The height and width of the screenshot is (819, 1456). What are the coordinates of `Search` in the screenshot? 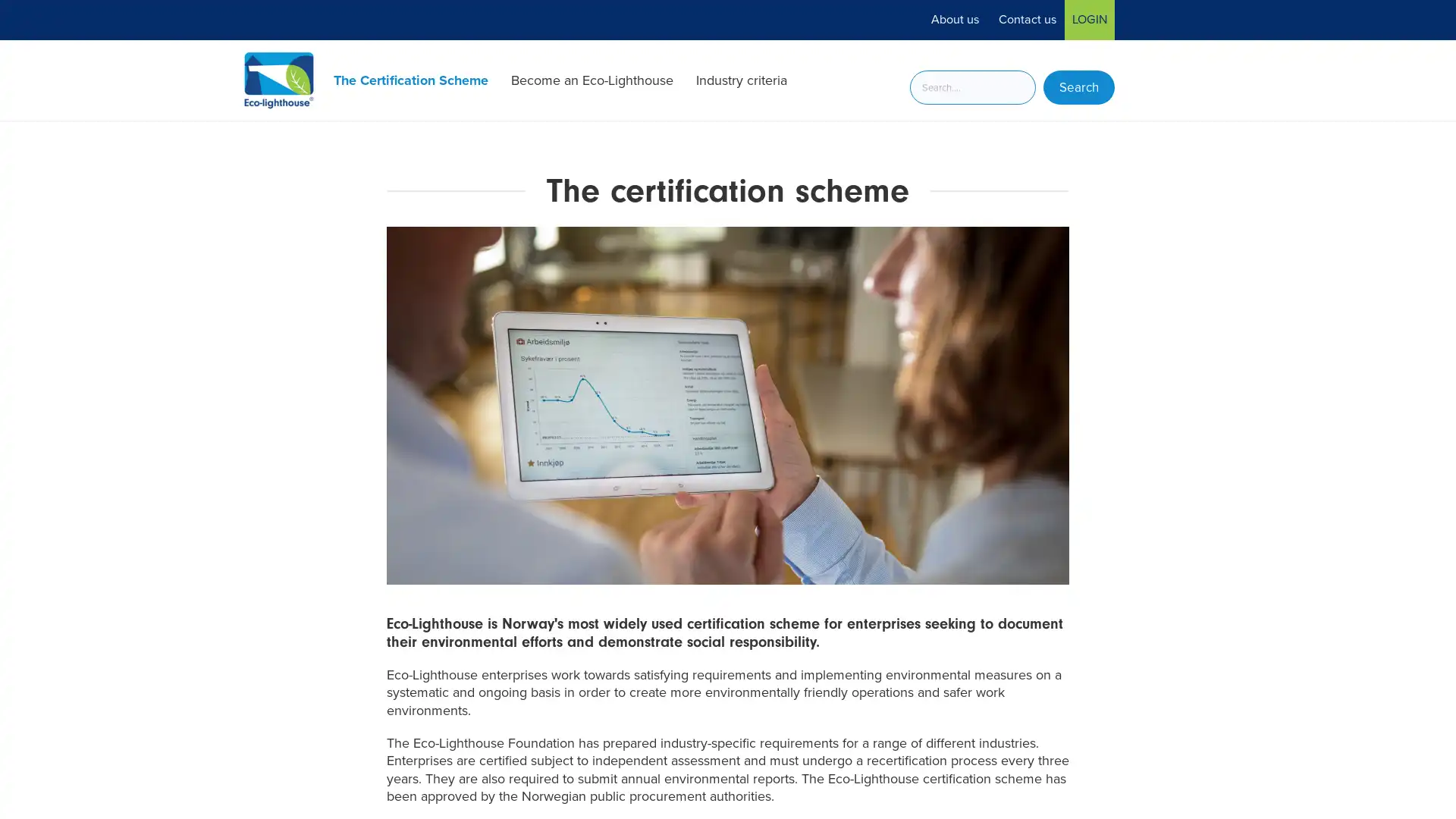 It's located at (1078, 87).